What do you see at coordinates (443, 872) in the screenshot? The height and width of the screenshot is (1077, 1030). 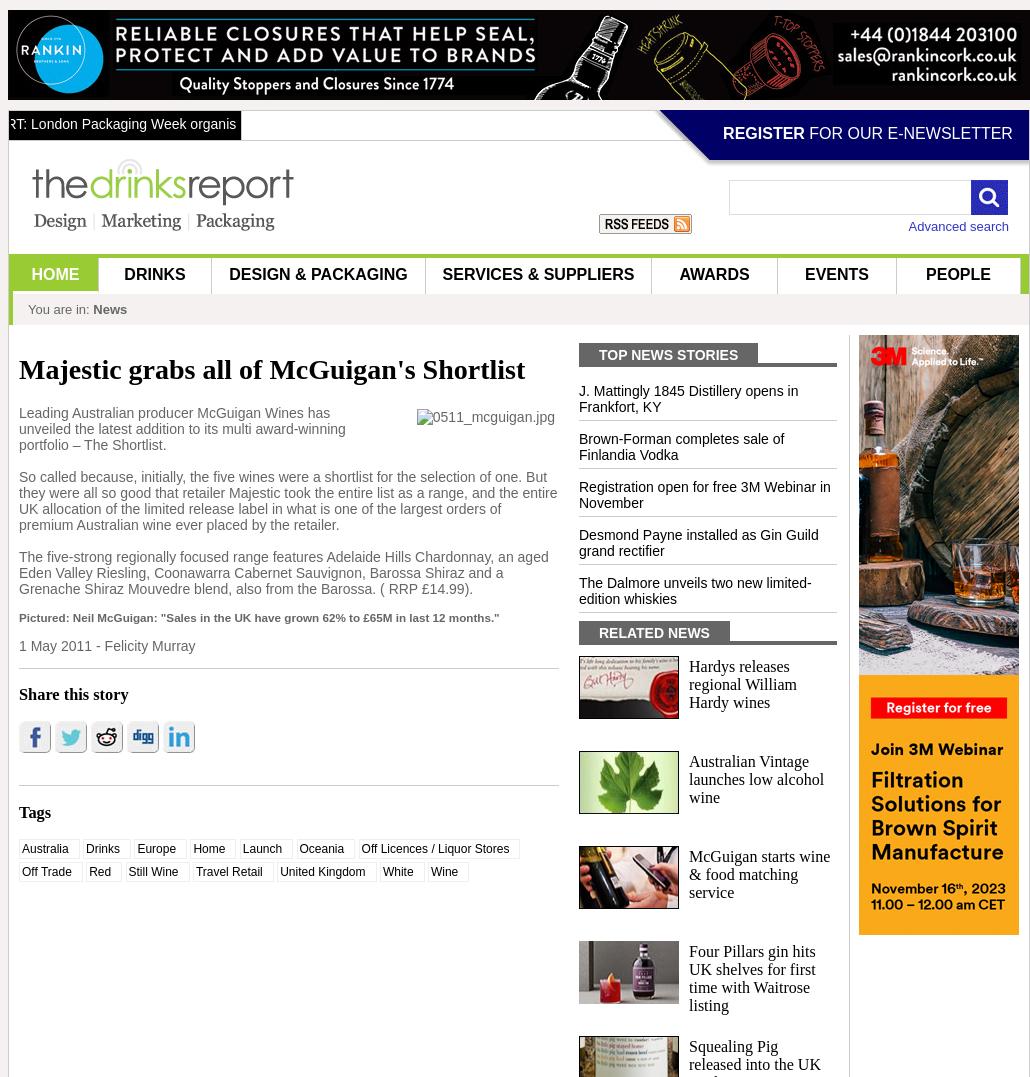 I see `'Wine'` at bounding box center [443, 872].